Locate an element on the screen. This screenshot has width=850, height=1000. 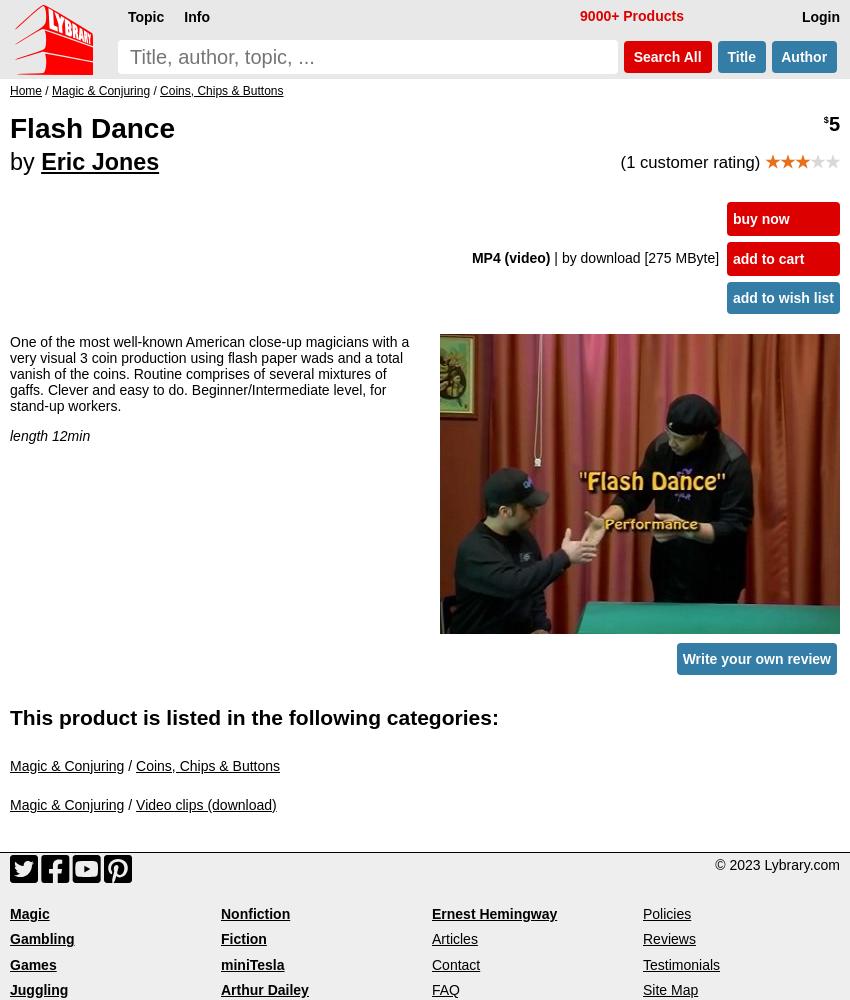
'Eric Jones' is located at coordinates (98, 162).